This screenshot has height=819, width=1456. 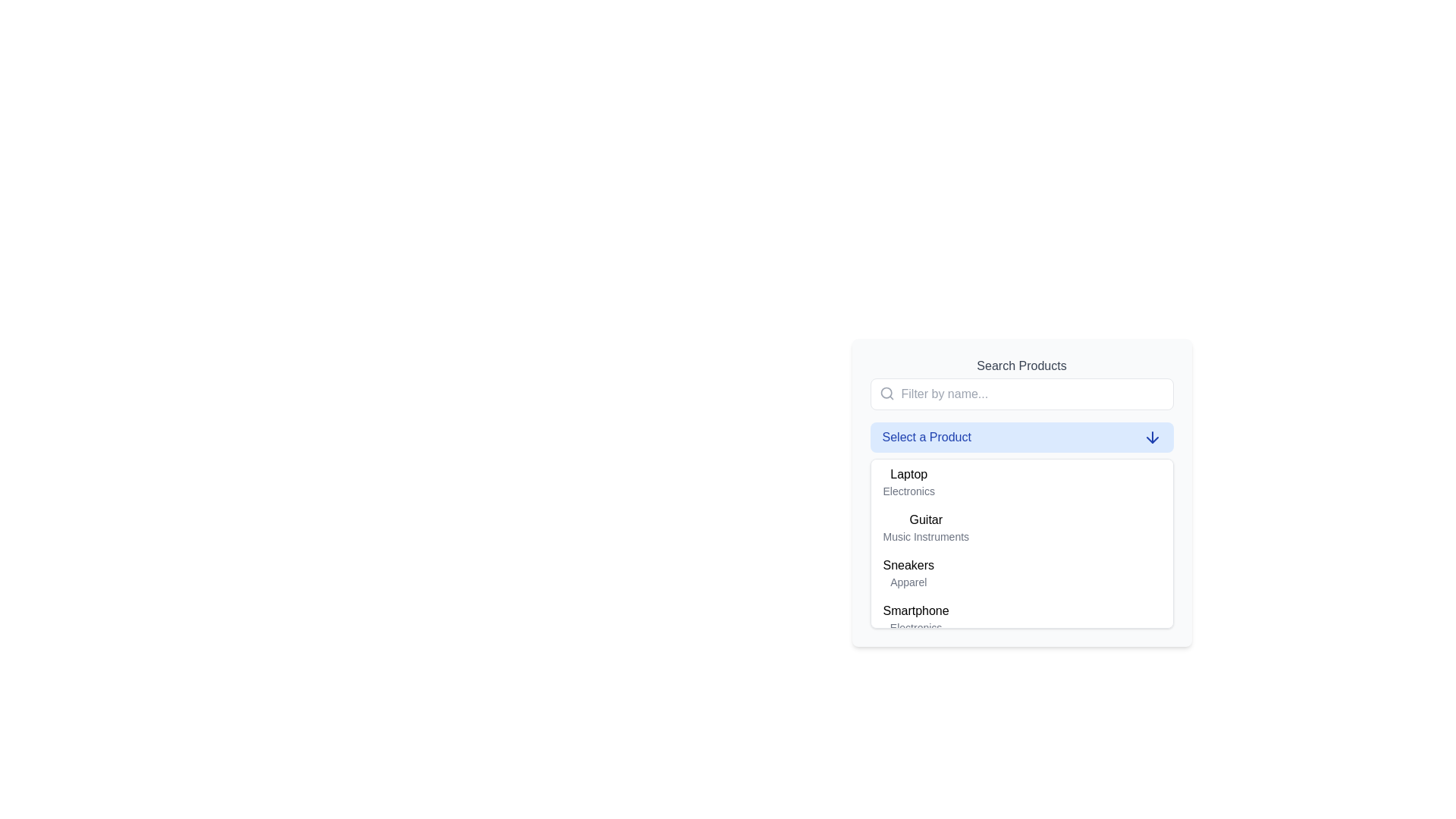 What do you see at coordinates (886, 393) in the screenshot?
I see `the search icon represented by a magnifying glass symbol, which is styled with a gray color and rounded border, located to the left of the text input field labeled 'Filter by name...'` at bounding box center [886, 393].